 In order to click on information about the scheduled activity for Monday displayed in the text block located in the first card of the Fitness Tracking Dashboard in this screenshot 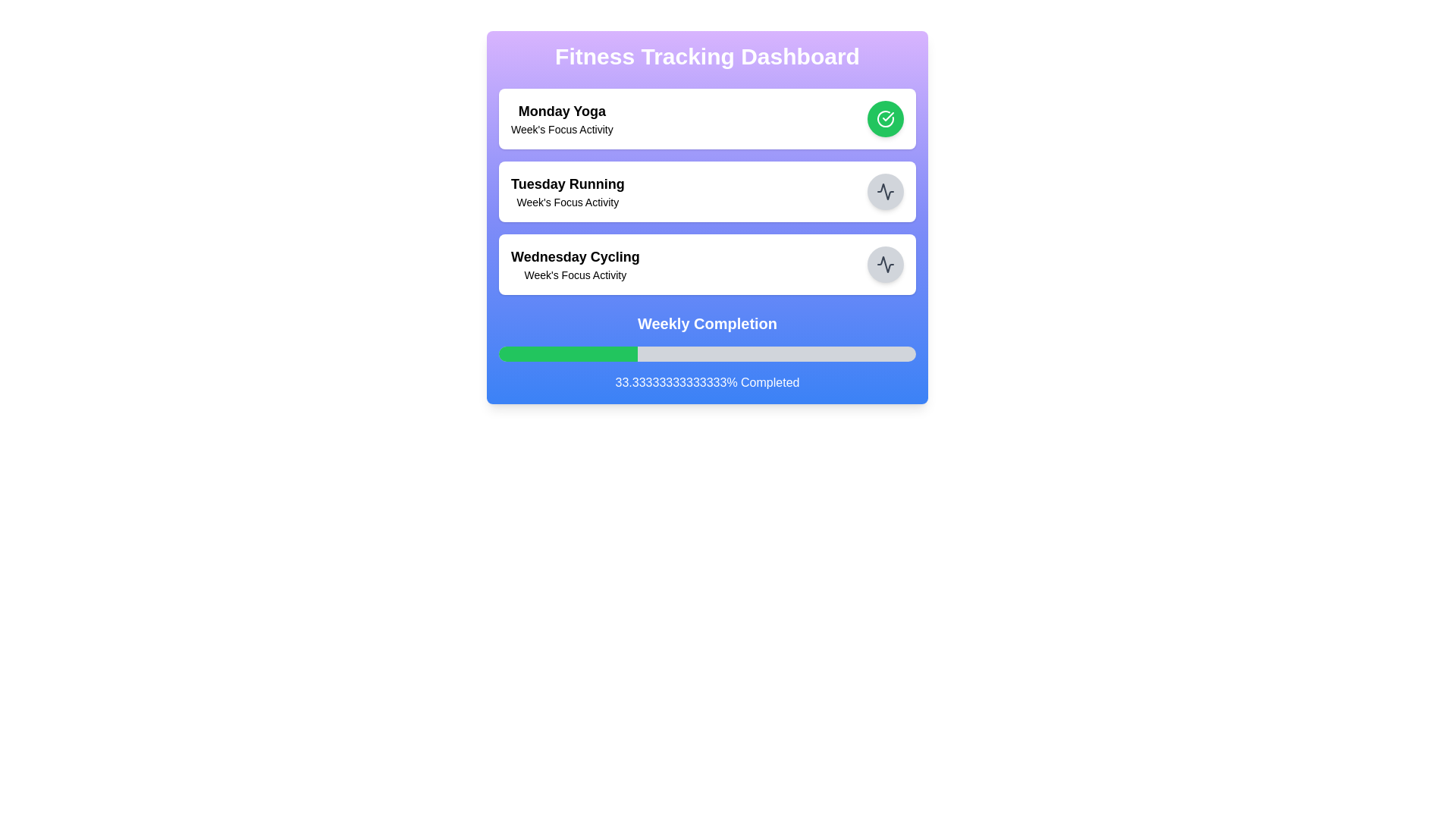, I will do `click(561, 118)`.